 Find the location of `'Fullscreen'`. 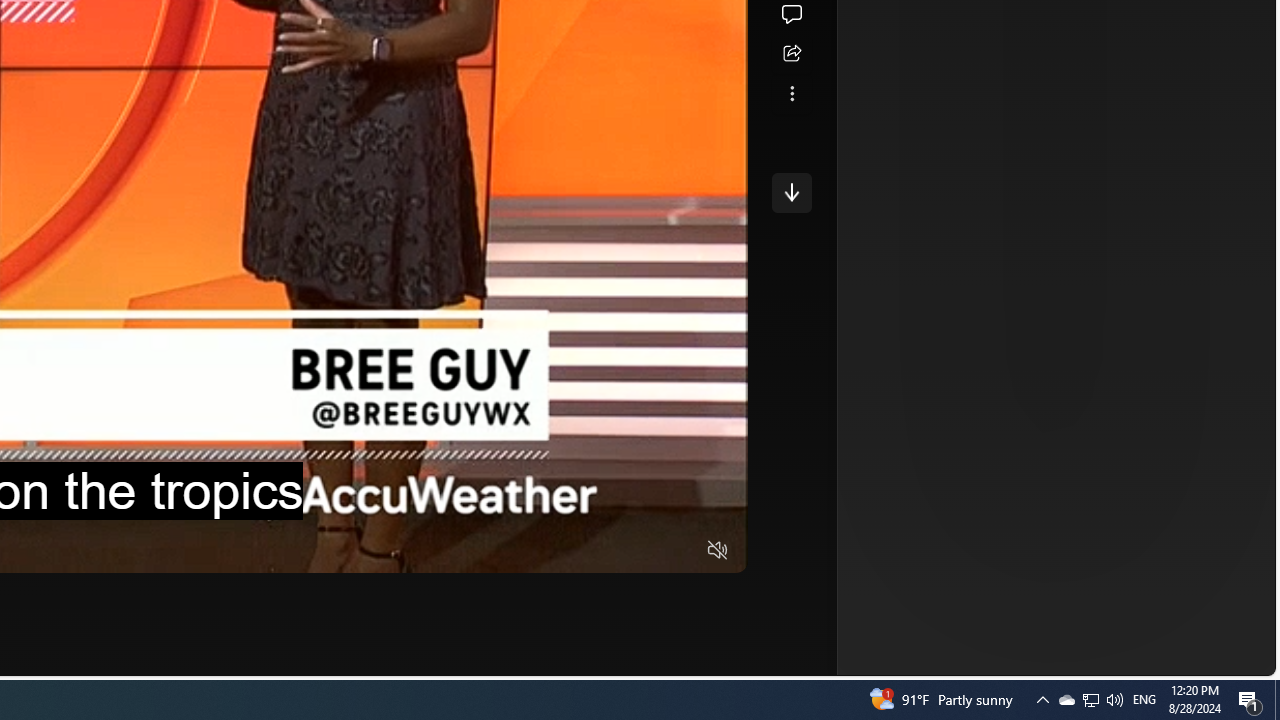

'Fullscreen' is located at coordinates (680, 550).